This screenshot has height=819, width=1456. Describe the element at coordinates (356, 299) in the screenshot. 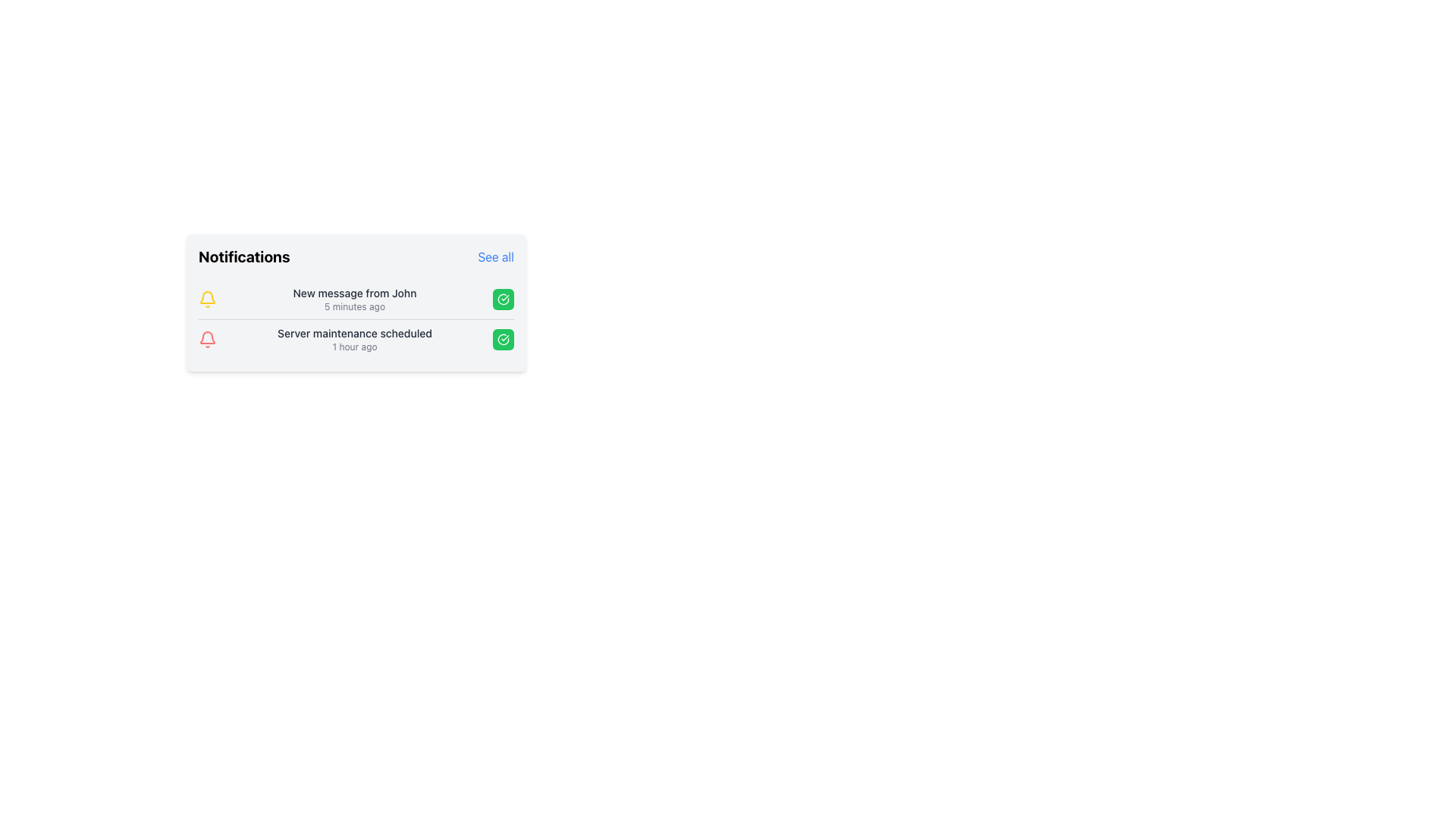

I see `the first notification entry in the notifications list, which provides information about recent updates` at that location.